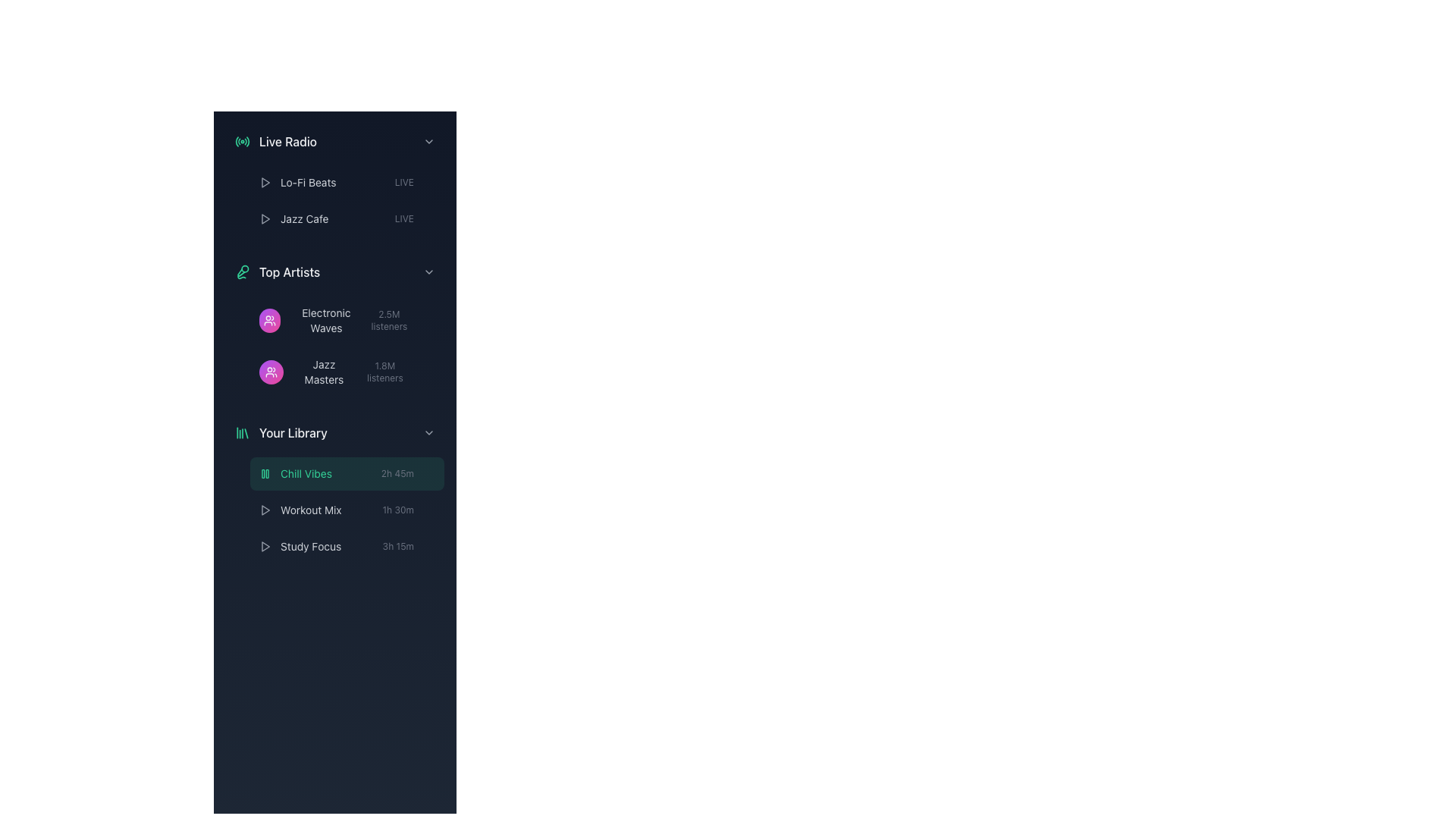 Image resolution: width=1456 pixels, height=819 pixels. What do you see at coordinates (346, 510) in the screenshot?
I see `the 'Workout Mix' playlist entry in the library navigation menu` at bounding box center [346, 510].